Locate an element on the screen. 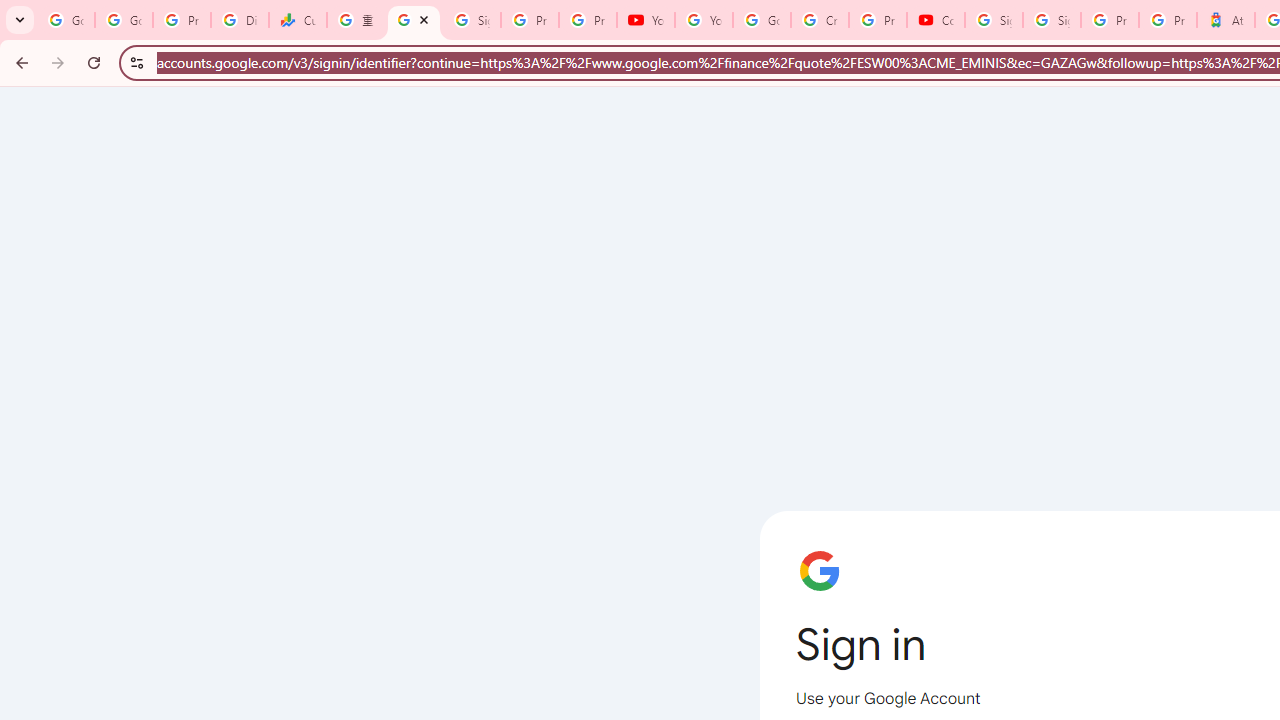  'Atour Hotel - Google hotels' is located at coordinates (1225, 20).